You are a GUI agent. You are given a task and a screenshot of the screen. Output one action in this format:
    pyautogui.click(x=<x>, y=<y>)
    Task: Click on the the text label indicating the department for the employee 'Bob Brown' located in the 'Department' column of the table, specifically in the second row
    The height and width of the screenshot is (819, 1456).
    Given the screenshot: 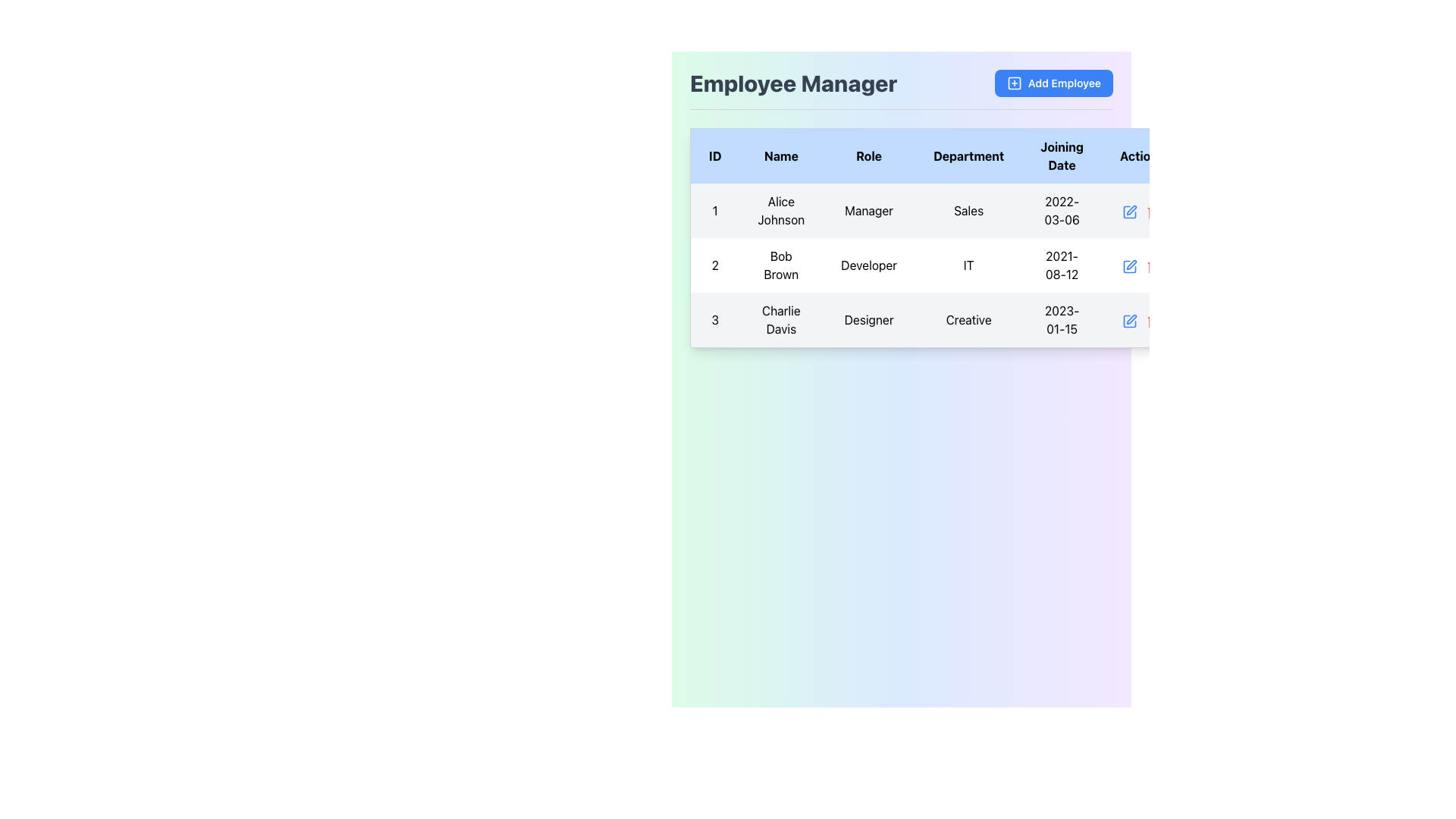 What is the action you would take?
    pyautogui.click(x=968, y=265)
    